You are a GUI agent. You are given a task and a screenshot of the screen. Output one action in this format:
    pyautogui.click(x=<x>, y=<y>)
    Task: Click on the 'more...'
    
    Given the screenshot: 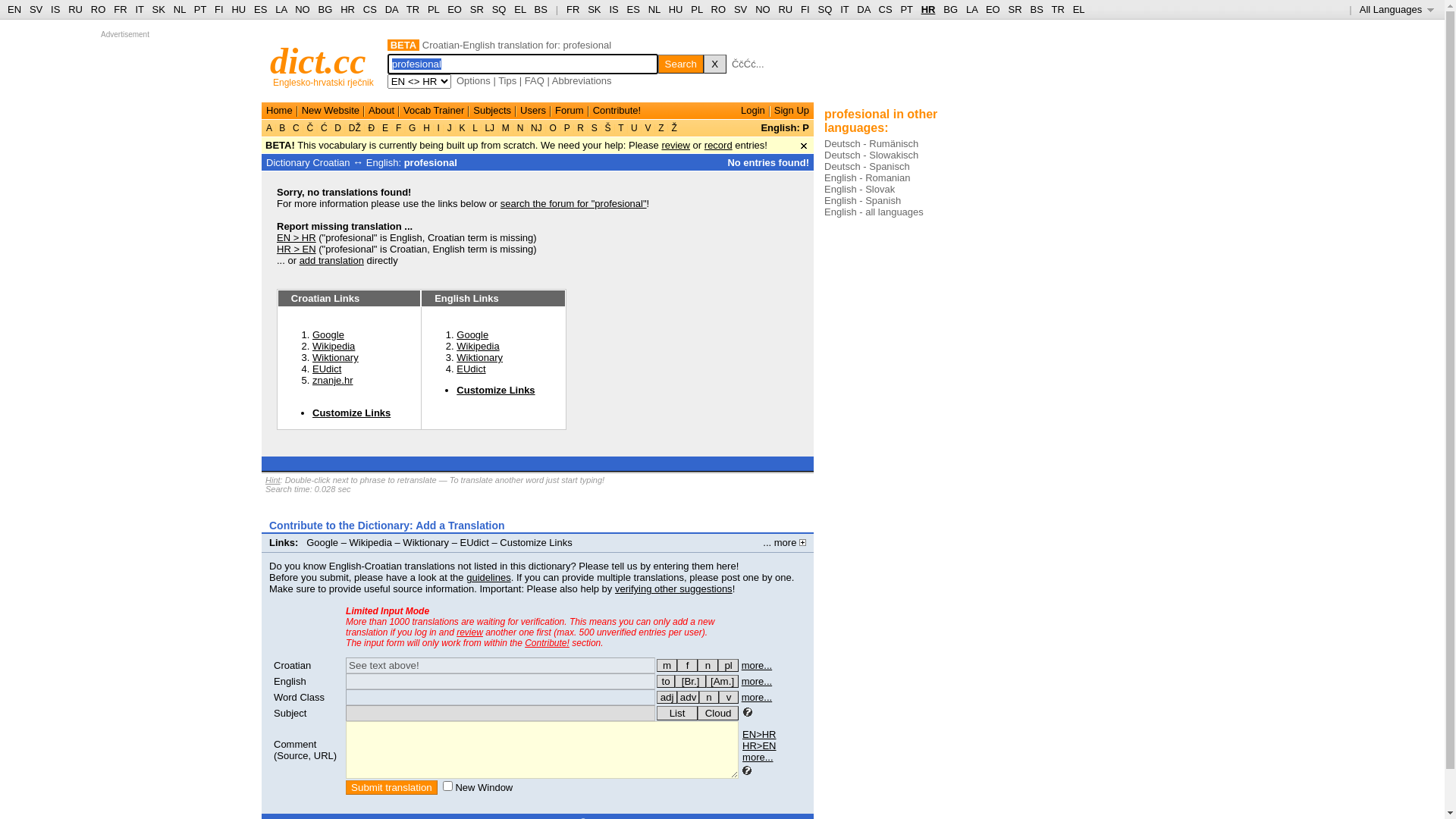 What is the action you would take?
    pyautogui.click(x=757, y=697)
    